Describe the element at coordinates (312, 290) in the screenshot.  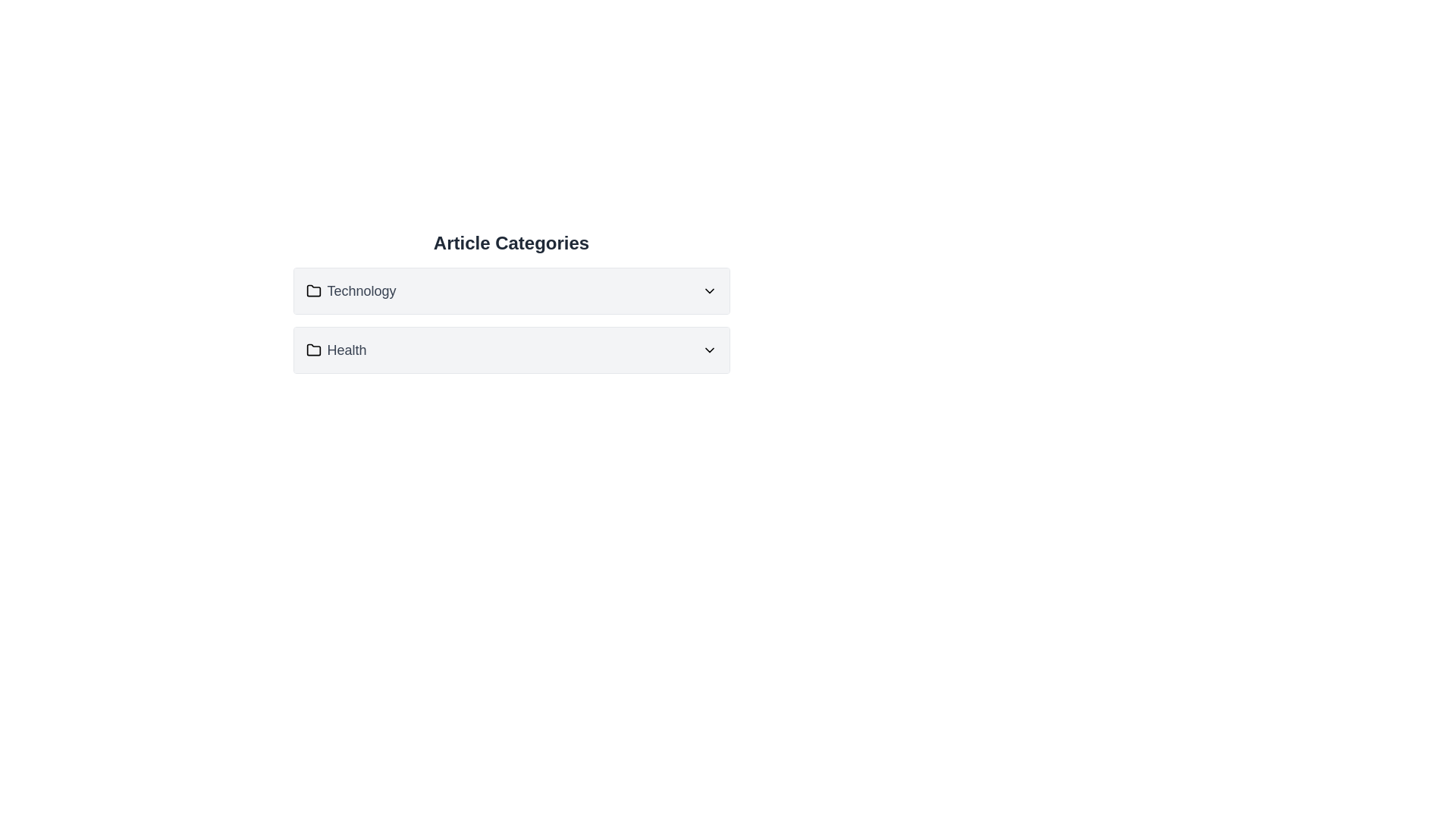
I see `the folder icon located in the 'Article Categories' section, which is styled with an outlined design and is the first icon before the 'Technology' category` at that location.